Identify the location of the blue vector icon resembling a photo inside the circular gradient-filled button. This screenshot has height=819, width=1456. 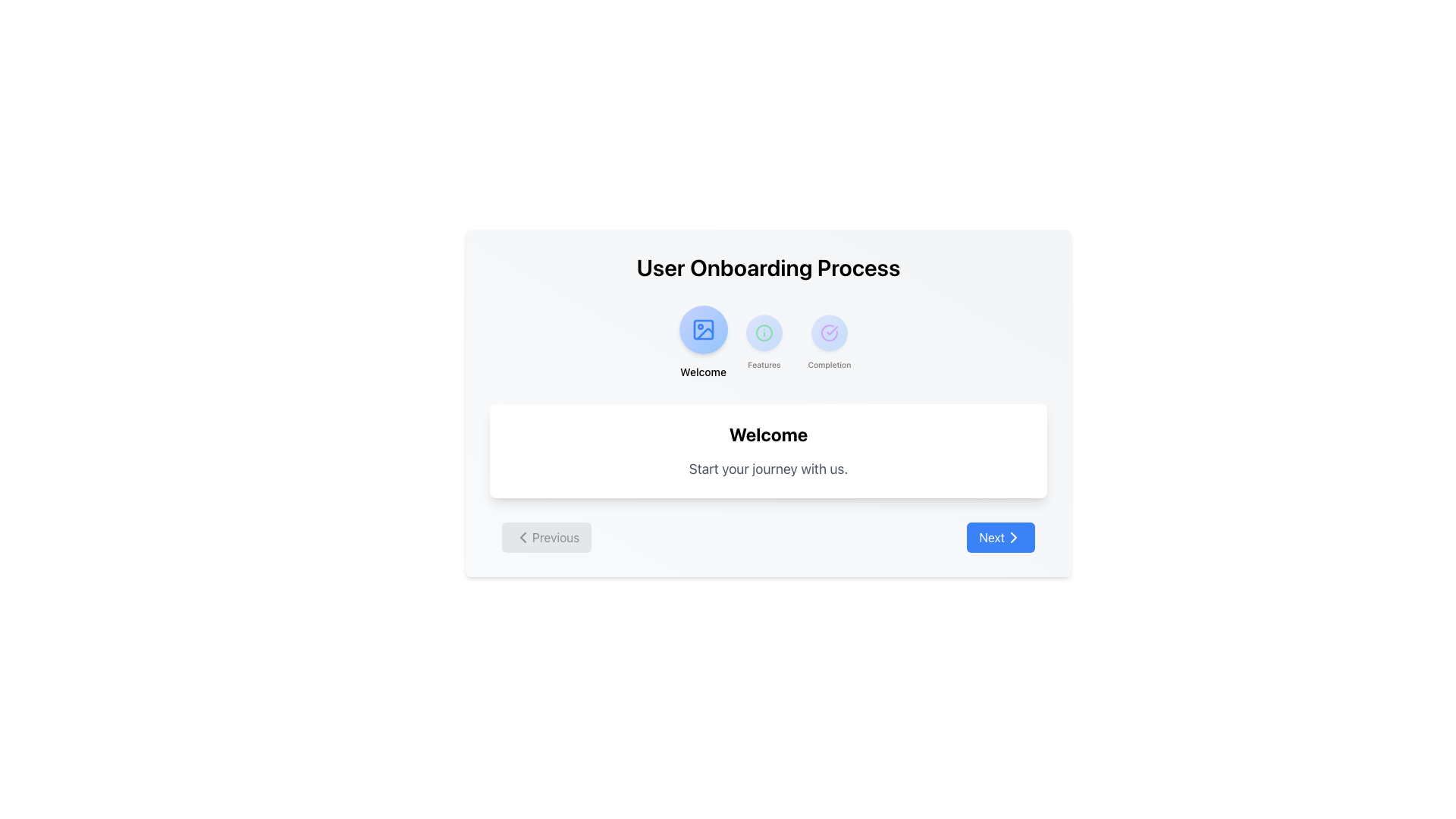
(702, 329).